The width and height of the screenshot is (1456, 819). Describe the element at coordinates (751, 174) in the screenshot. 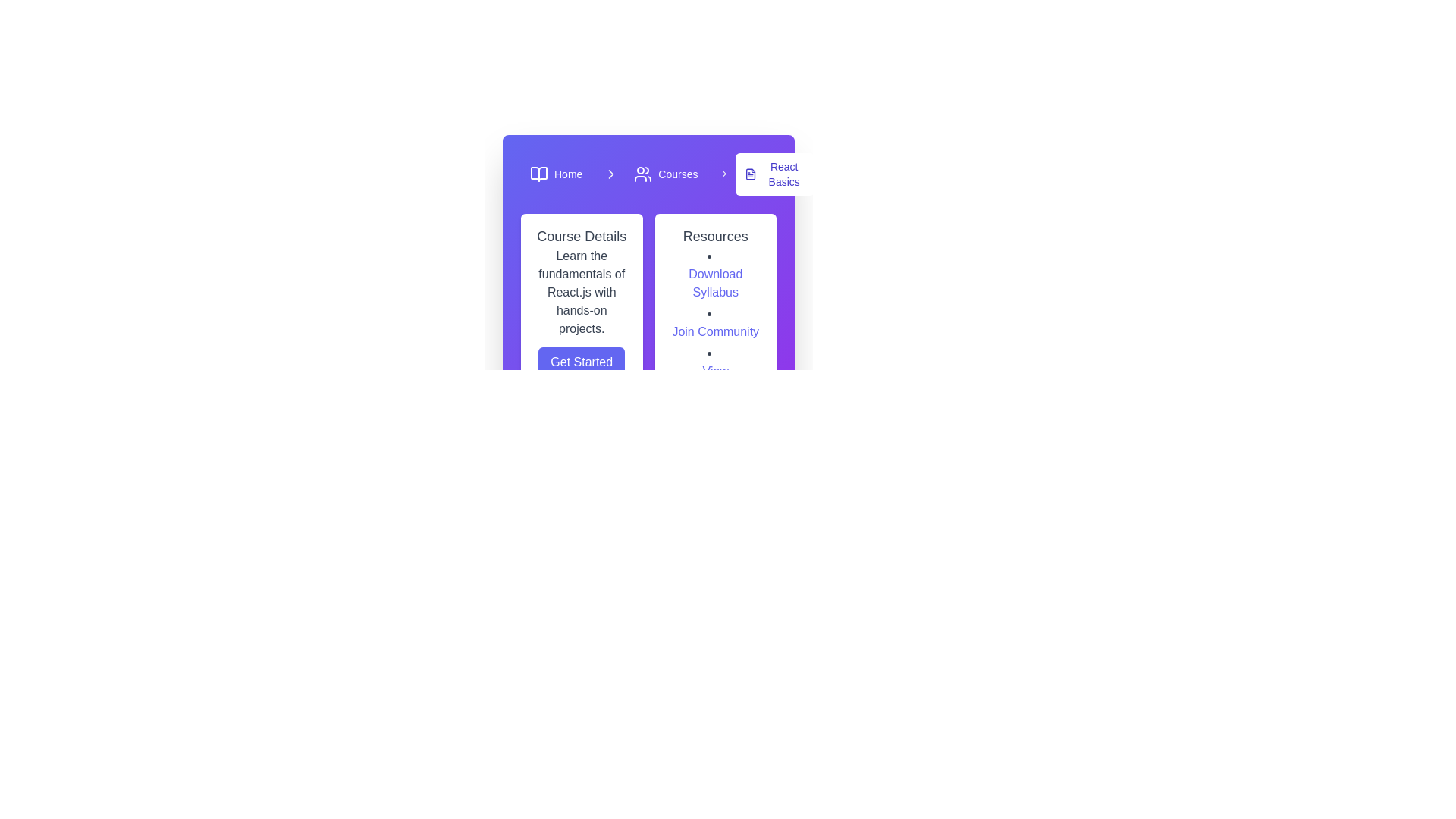

I see `the document icon in the breadcrumb navigation labeled 'React Basics'` at that location.